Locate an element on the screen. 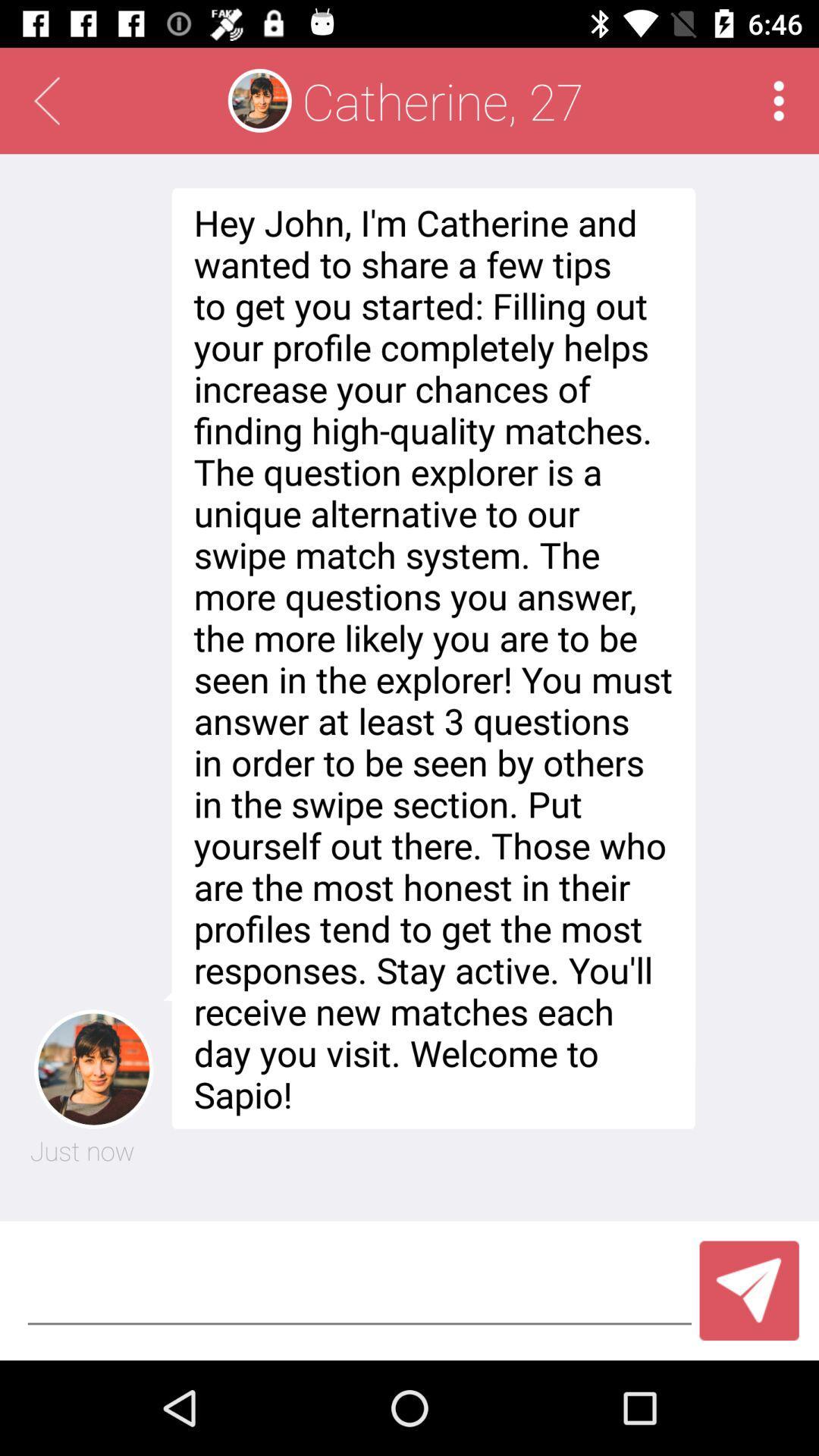 Image resolution: width=819 pixels, height=1456 pixels. message box is located at coordinates (359, 1290).